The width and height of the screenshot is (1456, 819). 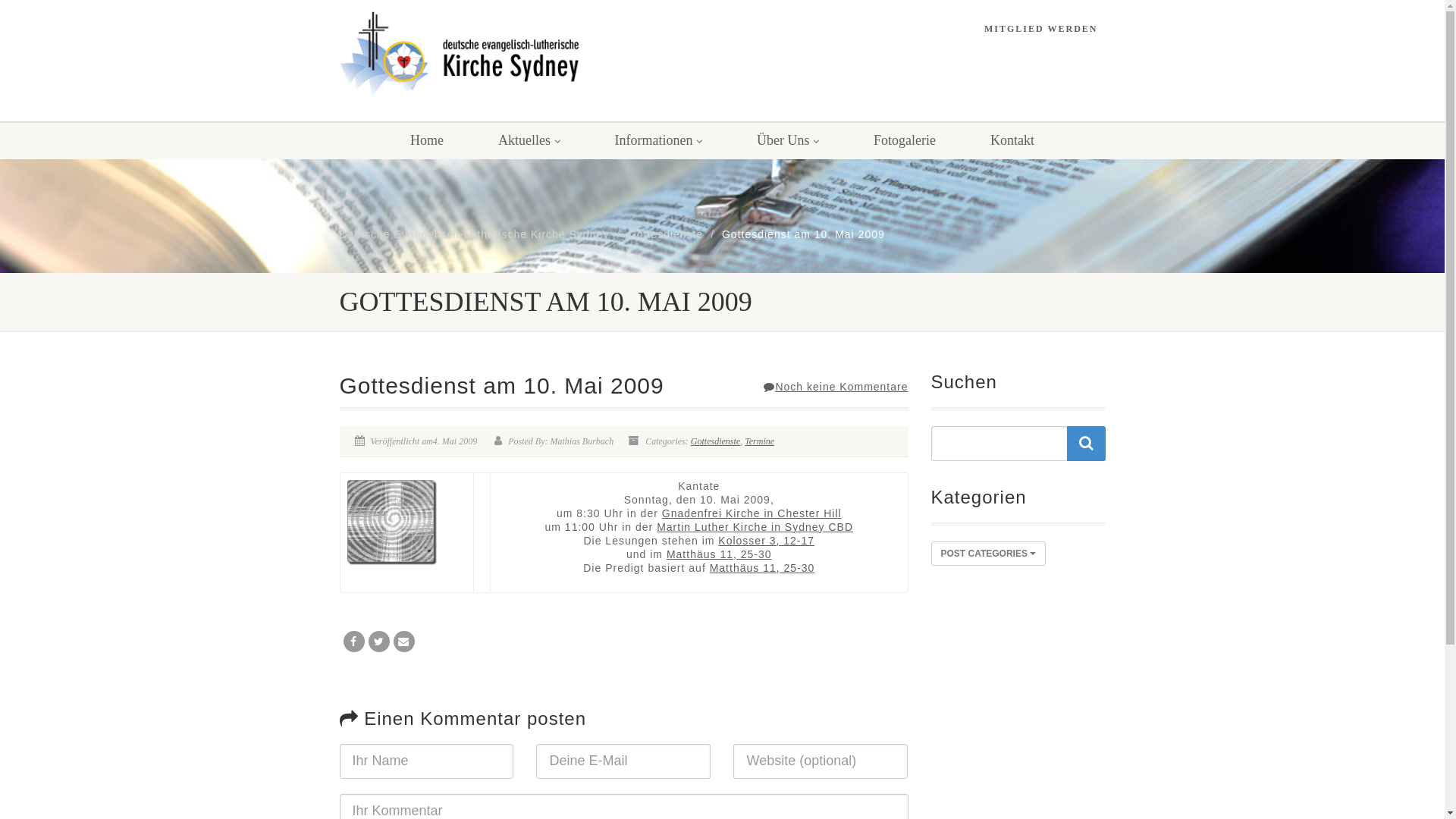 I want to click on 'Home', so click(x=425, y=140).